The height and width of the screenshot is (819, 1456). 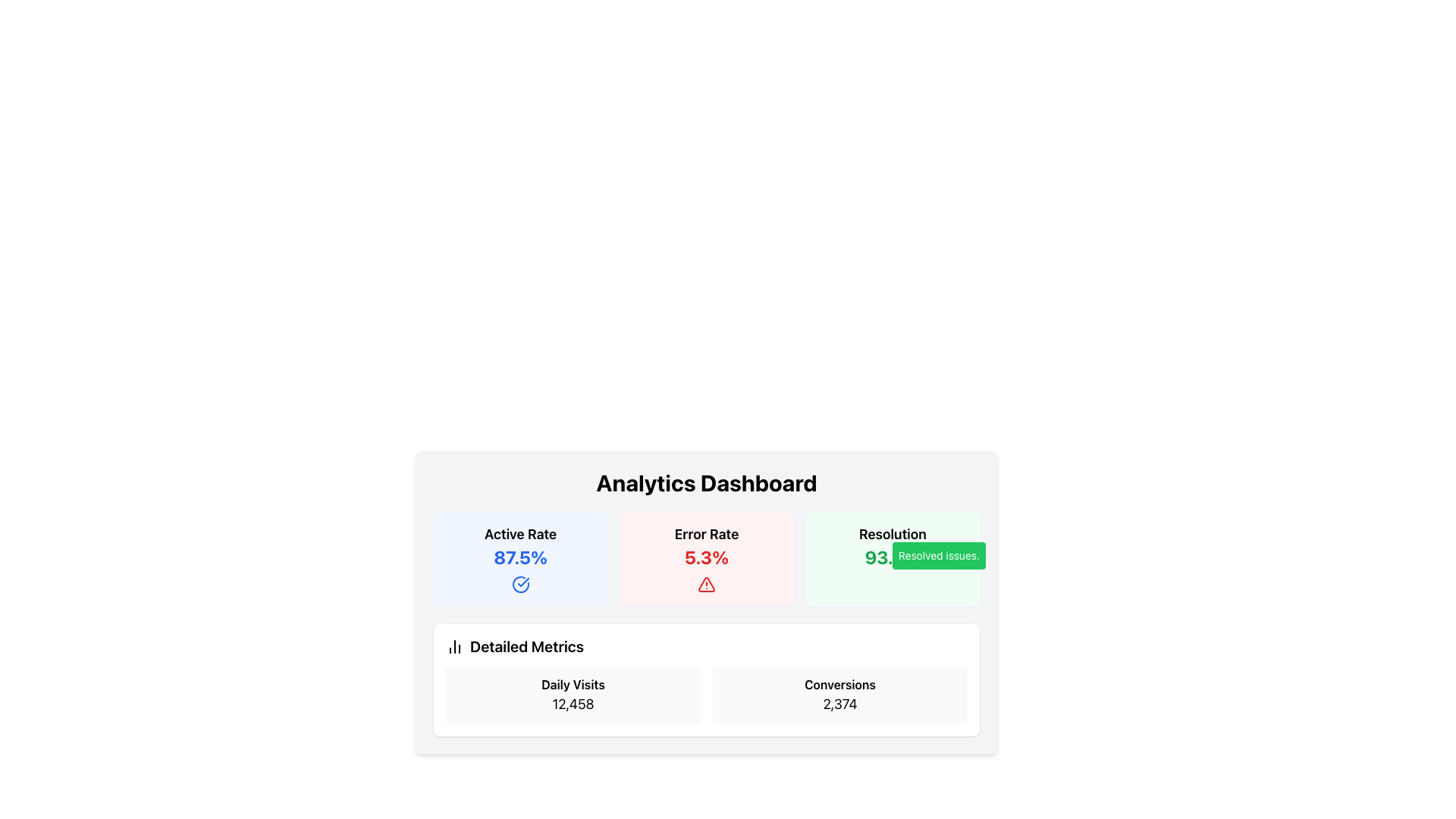 What do you see at coordinates (839, 704) in the screenshot?
I see `the text element displaying the number '2,374'` at bounding box center [839, 704].